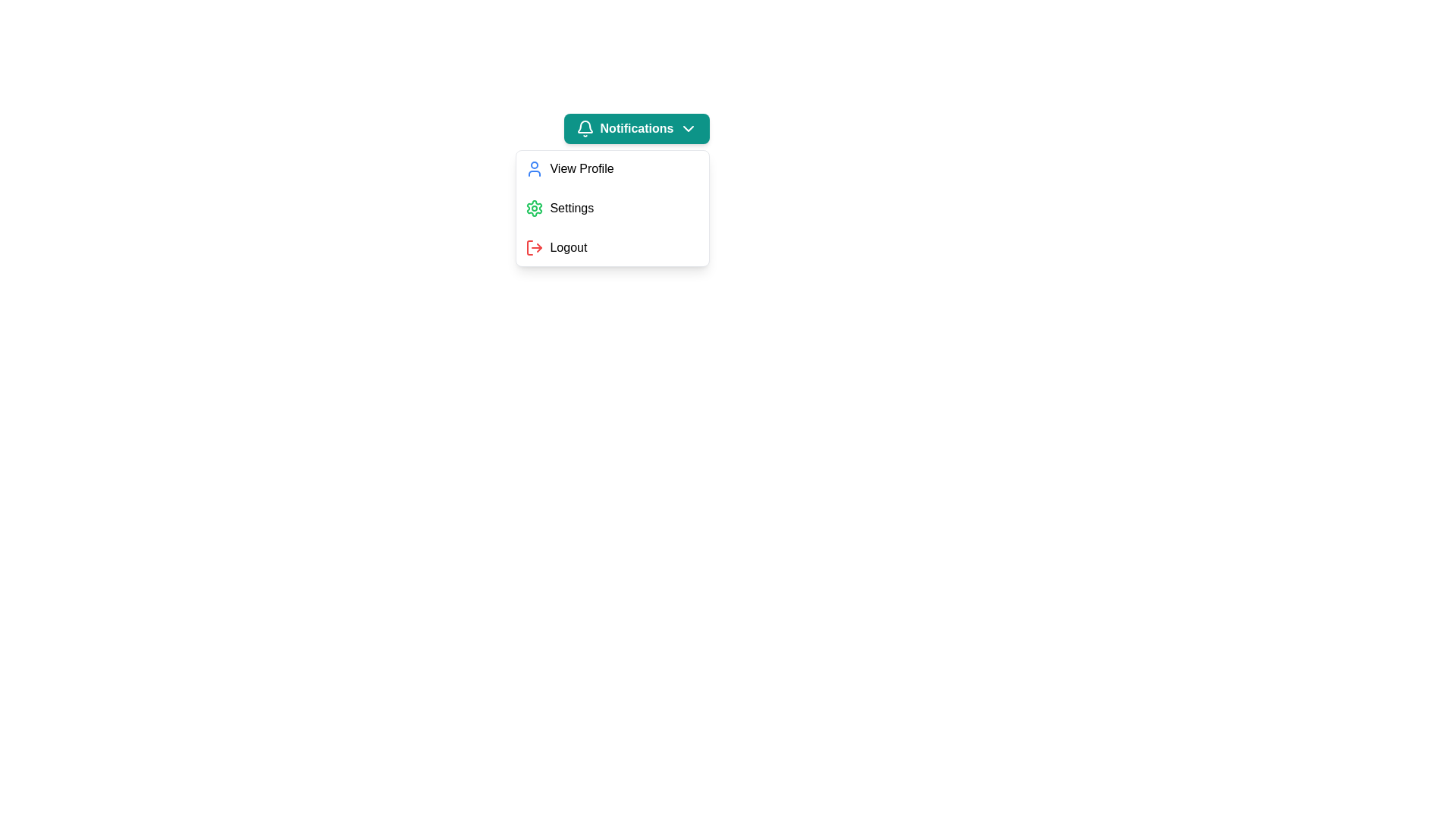  I want to click on the menu item Notifications to inspect it, so click(636, 127).